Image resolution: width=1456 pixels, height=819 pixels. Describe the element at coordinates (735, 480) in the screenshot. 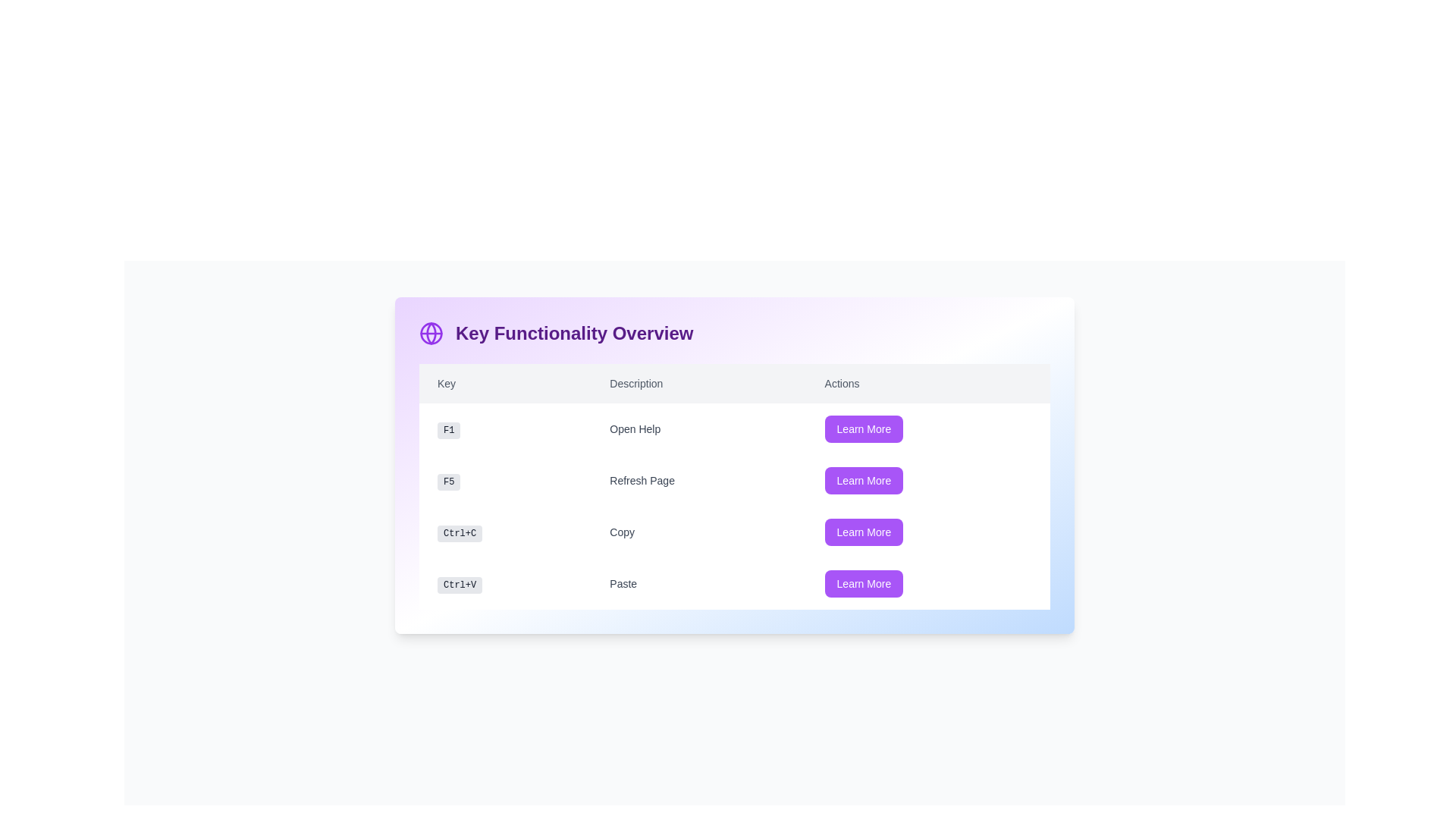

I see `the second row in the table layout that explains the function of the 'F5' key, which is to 'Refresh Page'` at that location.